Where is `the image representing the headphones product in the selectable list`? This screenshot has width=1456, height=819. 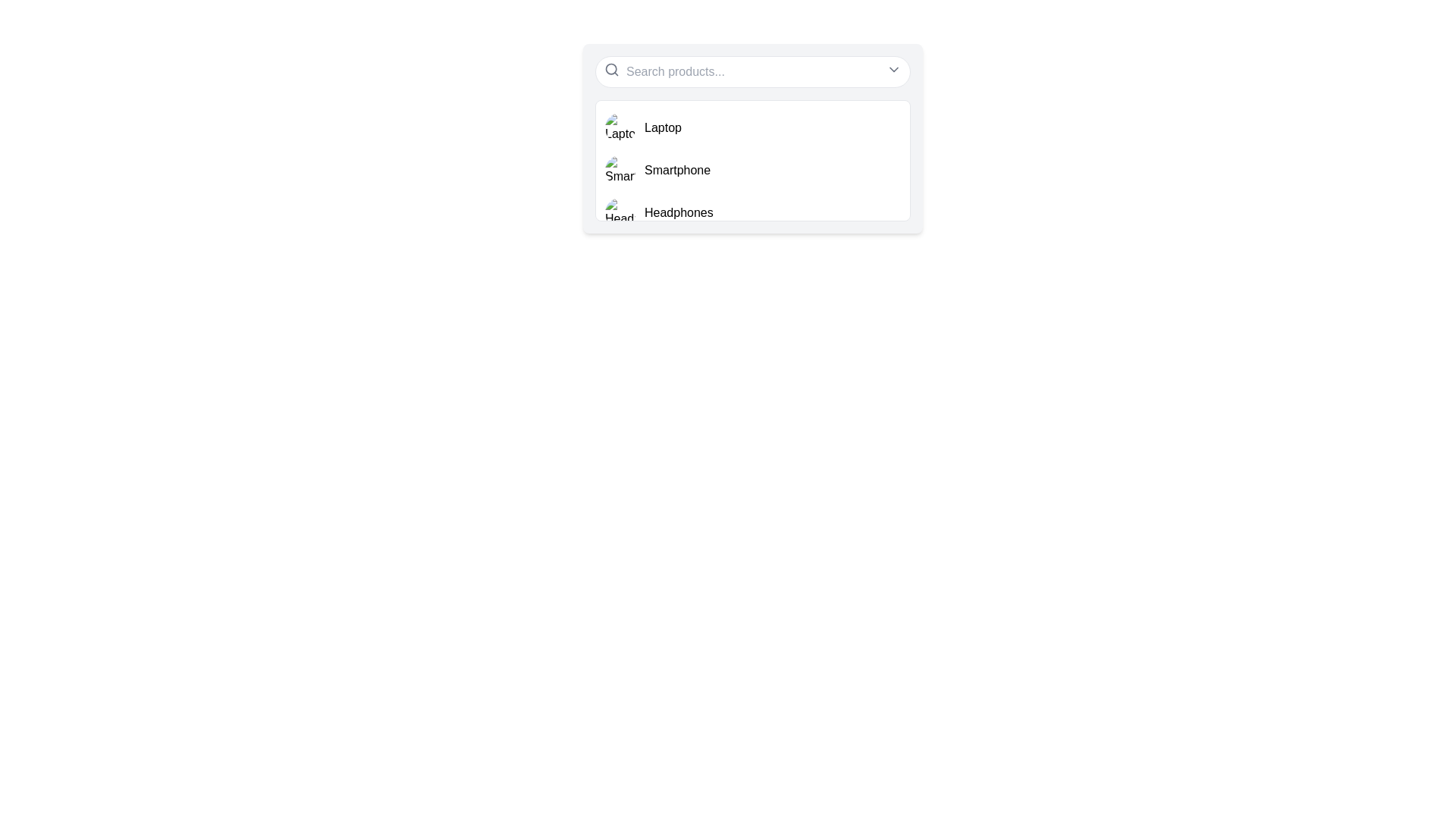 the image representing the headphones product in the selectable list is located at coordinates (620, 213).